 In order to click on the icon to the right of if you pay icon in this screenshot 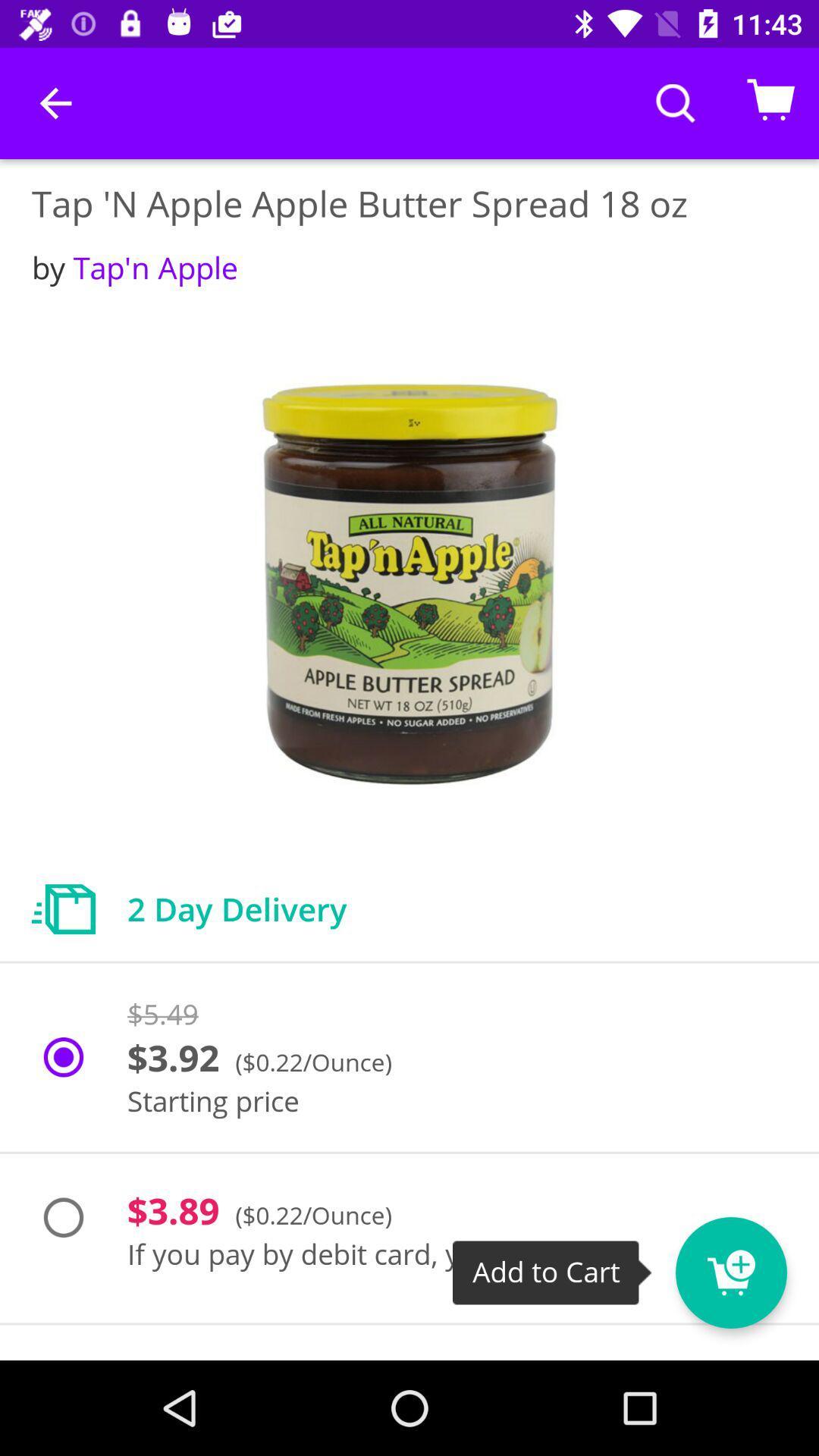, I will do `click(759, 1263)`.